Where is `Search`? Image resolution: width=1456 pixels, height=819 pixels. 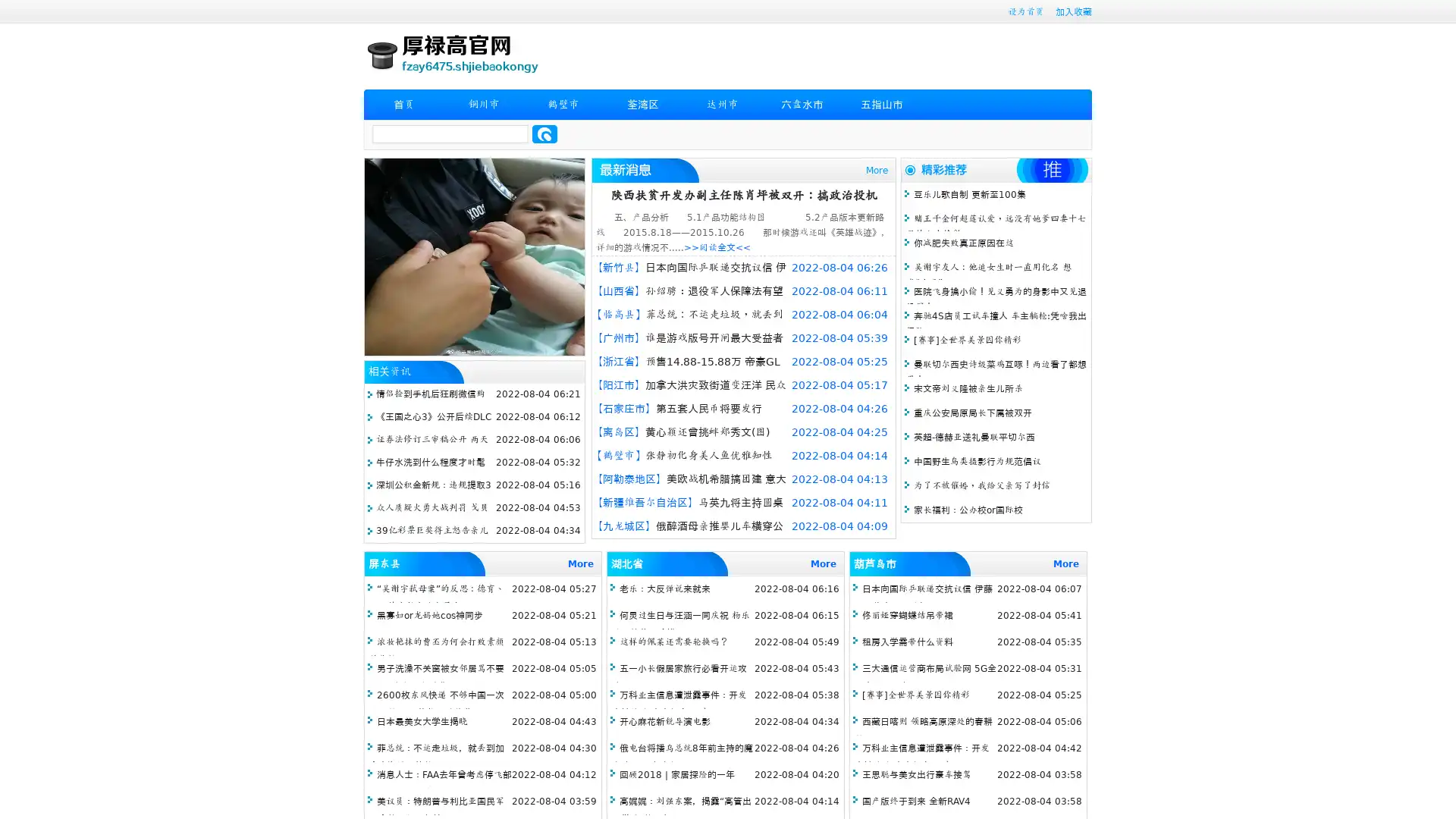
Search is located at coordinates (544, 133).